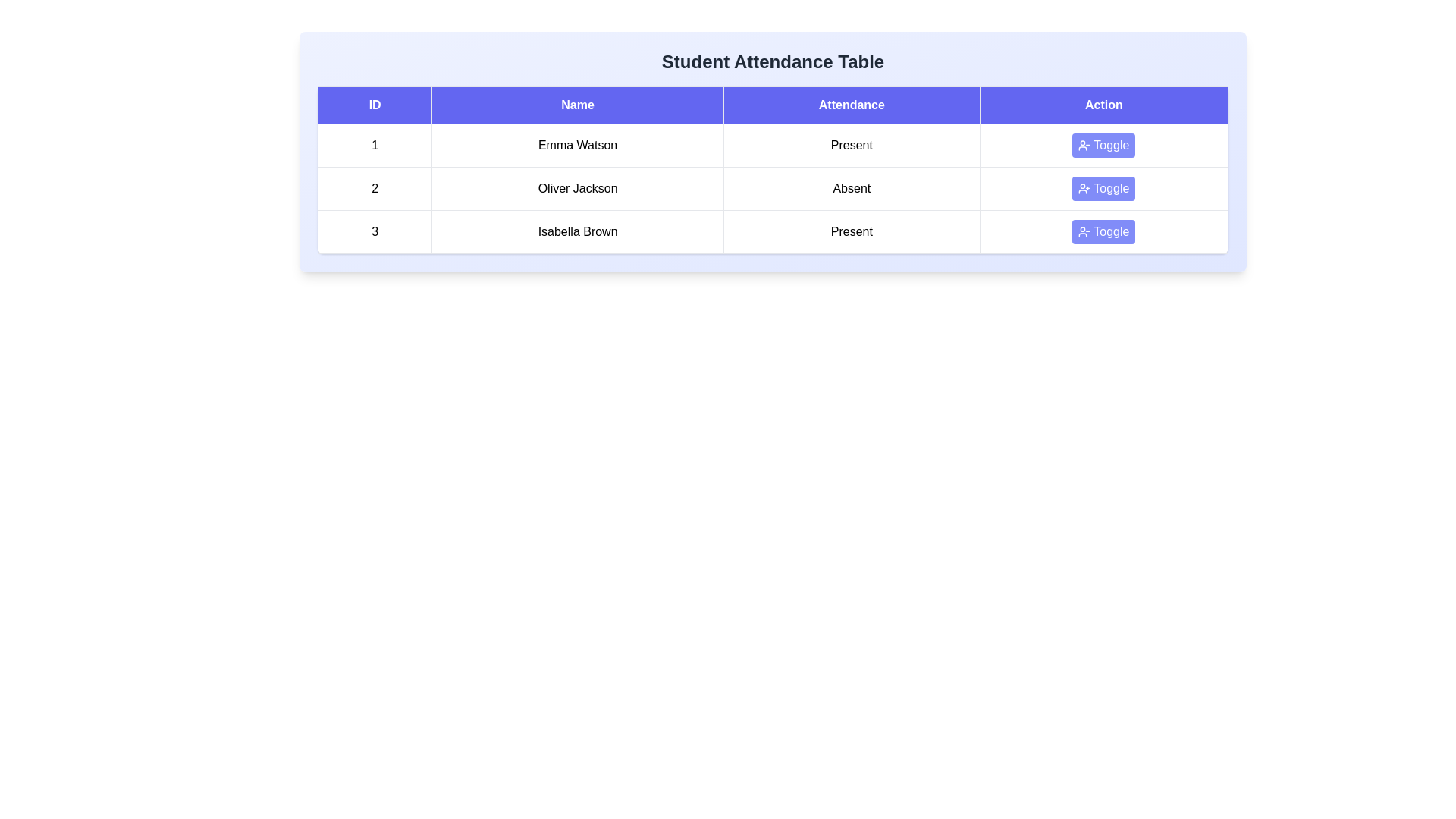 The height and width of the screenshot is (819, 1456). Describe the element at coordinates (1103, 104) in the screenshot. I see `the table header cell labeled 'Action', which has a blue background and white text, located in the top-right corner of the table header row` at that location.